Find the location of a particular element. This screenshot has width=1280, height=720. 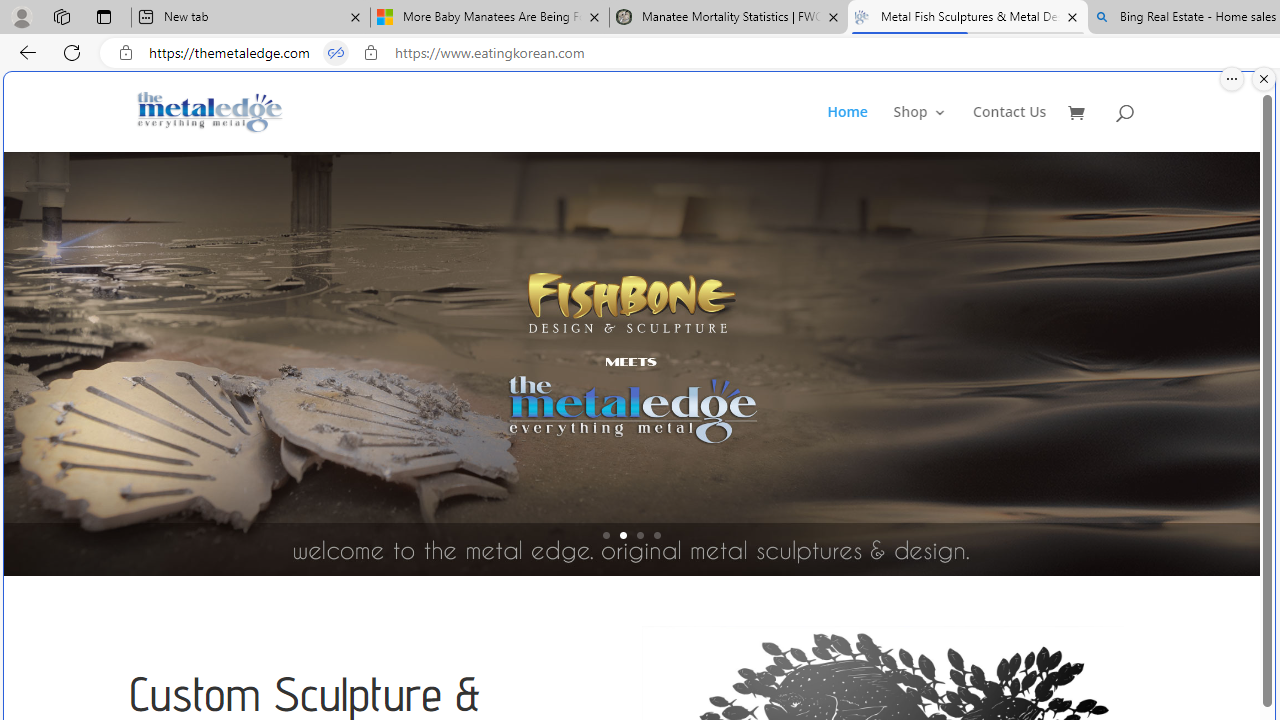

'Tabs in split screen' is located at coordinates (336, 52).